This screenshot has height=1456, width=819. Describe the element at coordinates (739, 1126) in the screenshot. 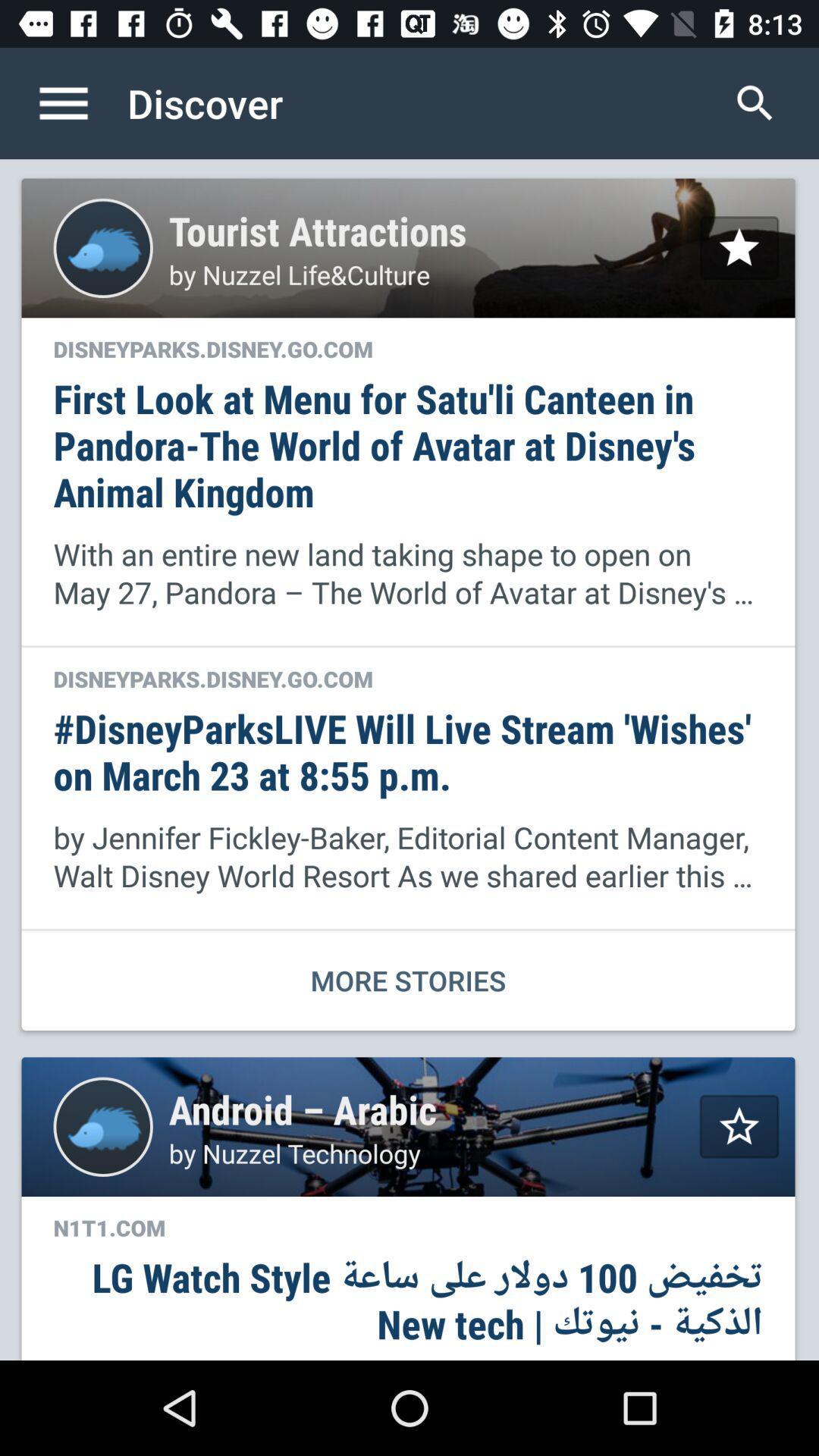

I see `star favorite` at that location.